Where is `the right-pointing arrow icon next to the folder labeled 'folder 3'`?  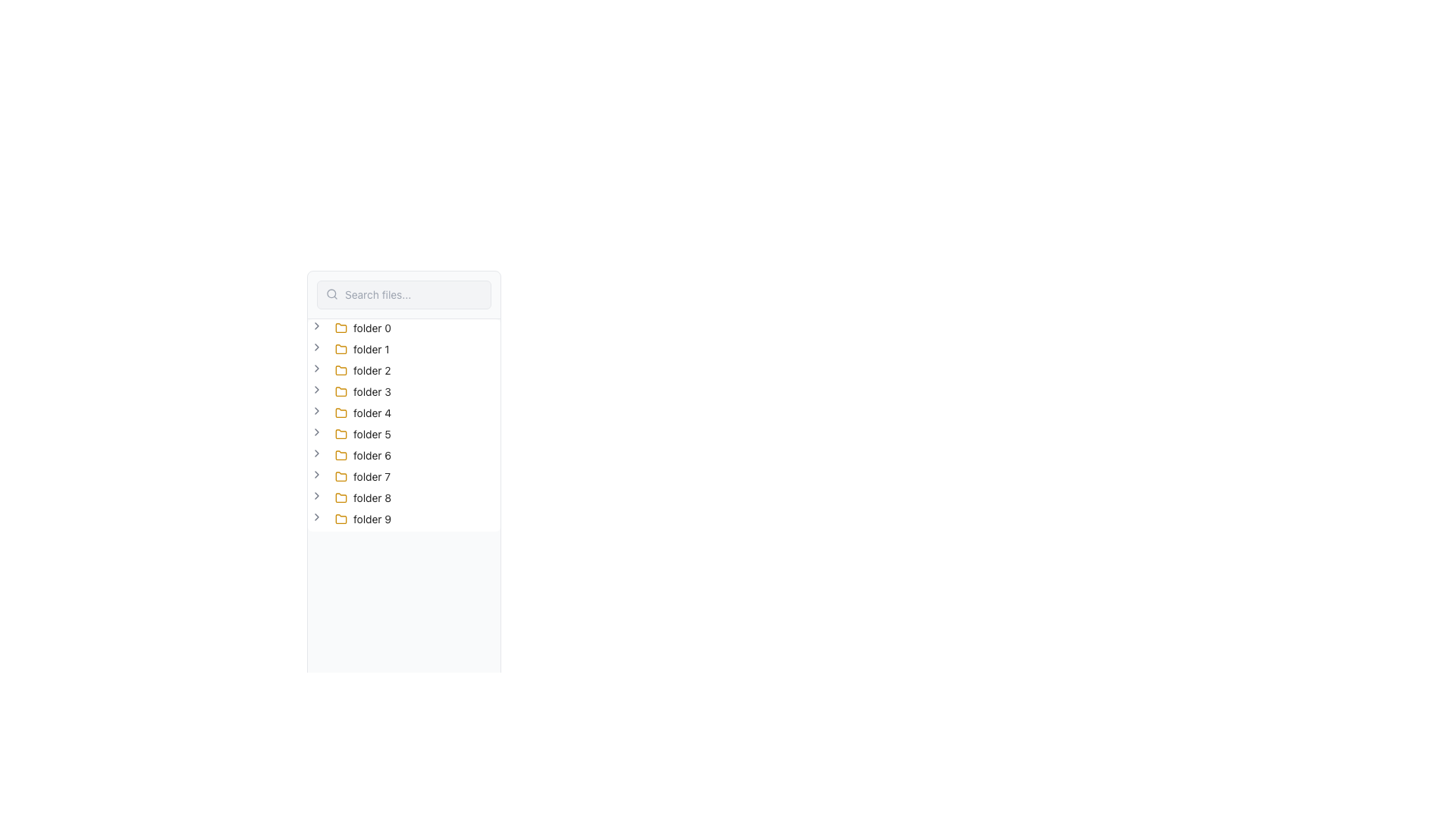 the right-pointing arrow icon next to the folder labeled 'folder 3' is located at coordinates (315, 391).